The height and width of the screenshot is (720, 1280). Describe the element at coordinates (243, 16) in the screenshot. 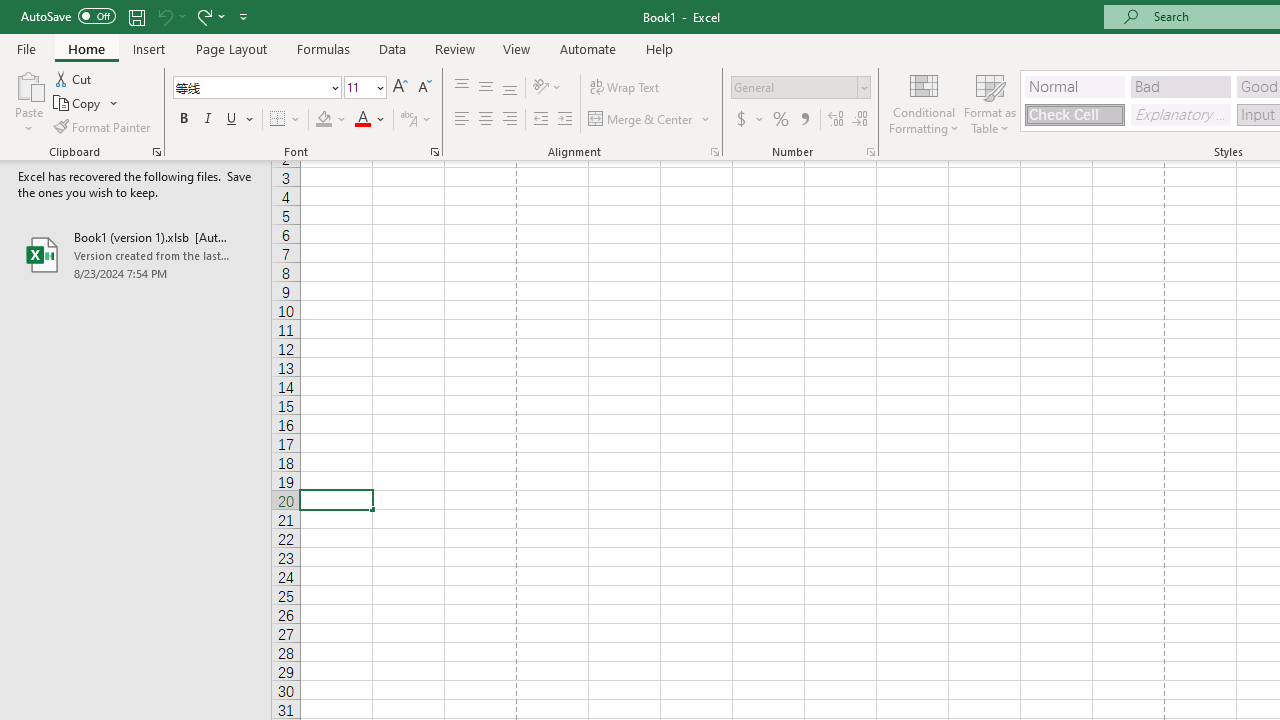

I see `'Customize Quick Access Toolbar'` at that location.